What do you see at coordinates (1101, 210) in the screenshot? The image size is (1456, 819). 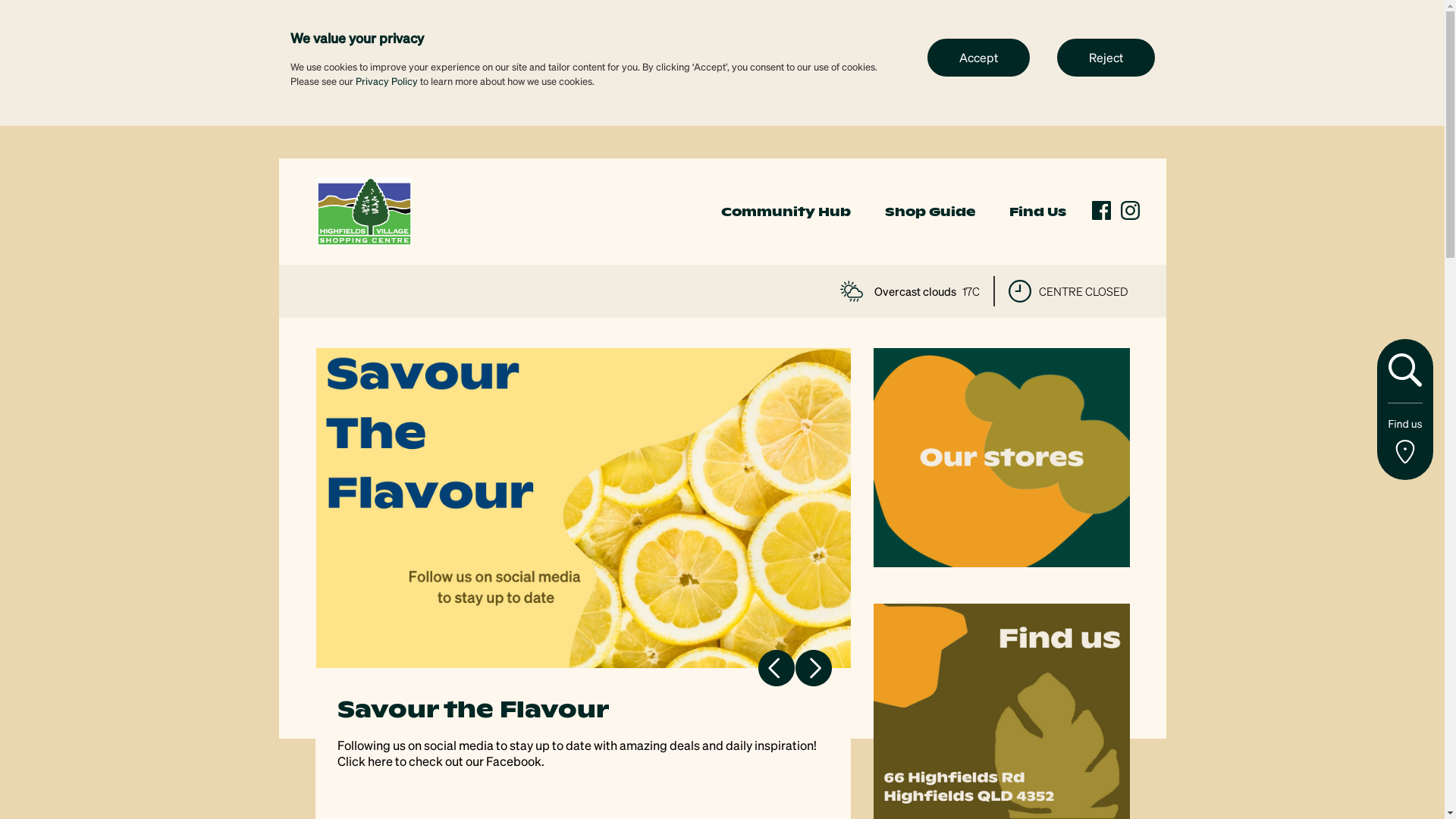 I see `'facebook'` at bounding box center [1101, 210].